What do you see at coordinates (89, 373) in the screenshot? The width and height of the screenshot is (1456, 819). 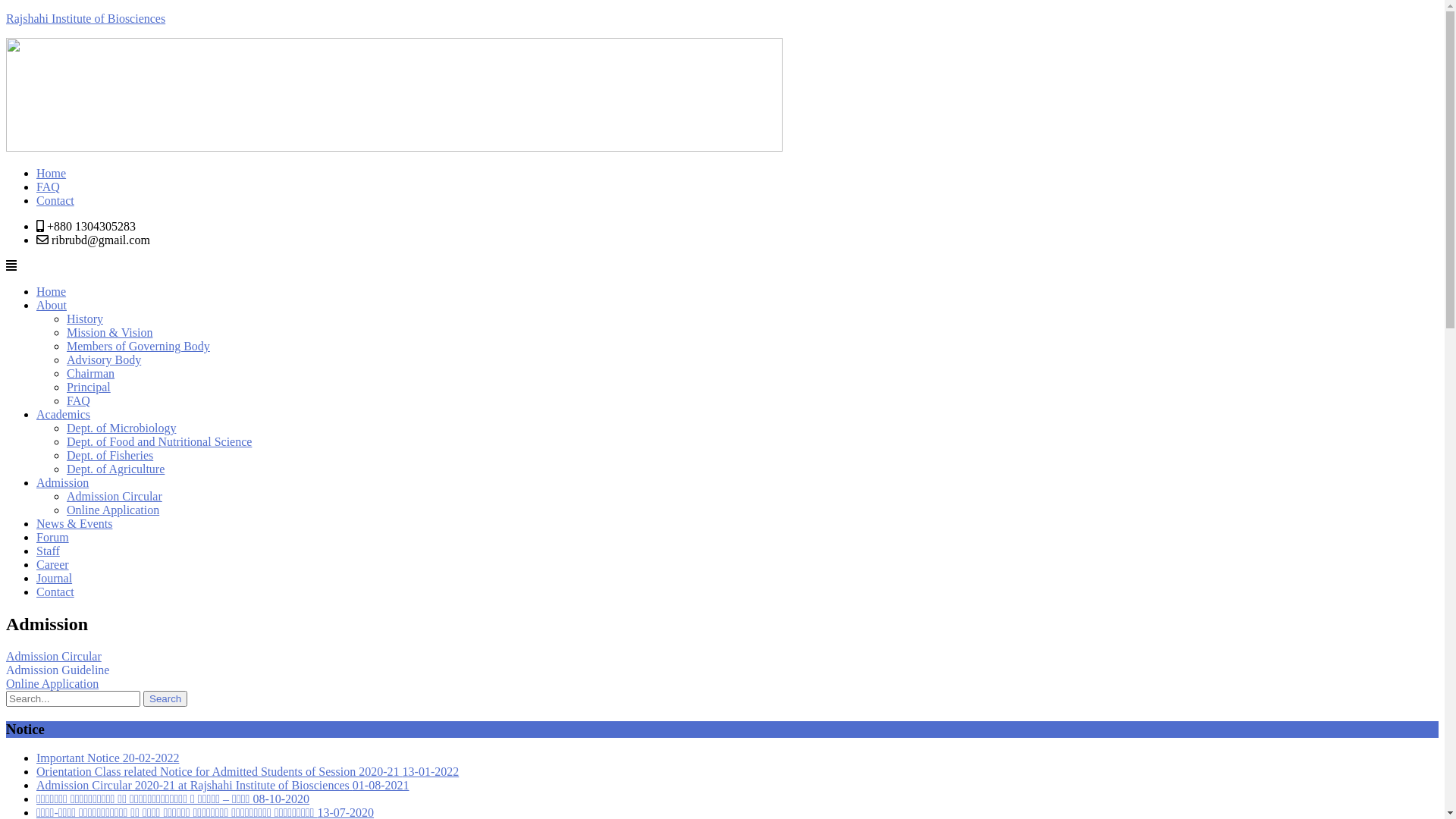 I see `'Chairman'` at bounding box center [89, 373].